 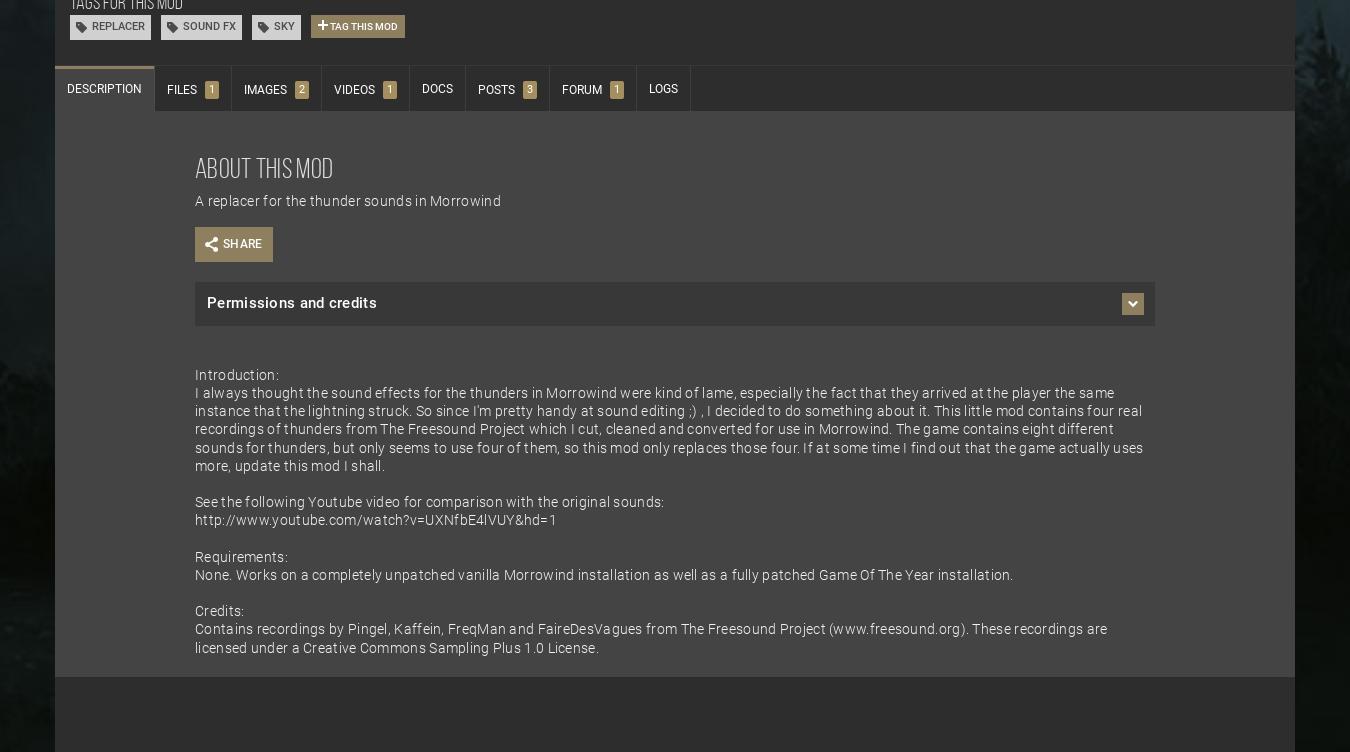 What do you see at coordinates (581, 90) in the screenshot?
I see `'Forum'` at bounding box center [581, 90].